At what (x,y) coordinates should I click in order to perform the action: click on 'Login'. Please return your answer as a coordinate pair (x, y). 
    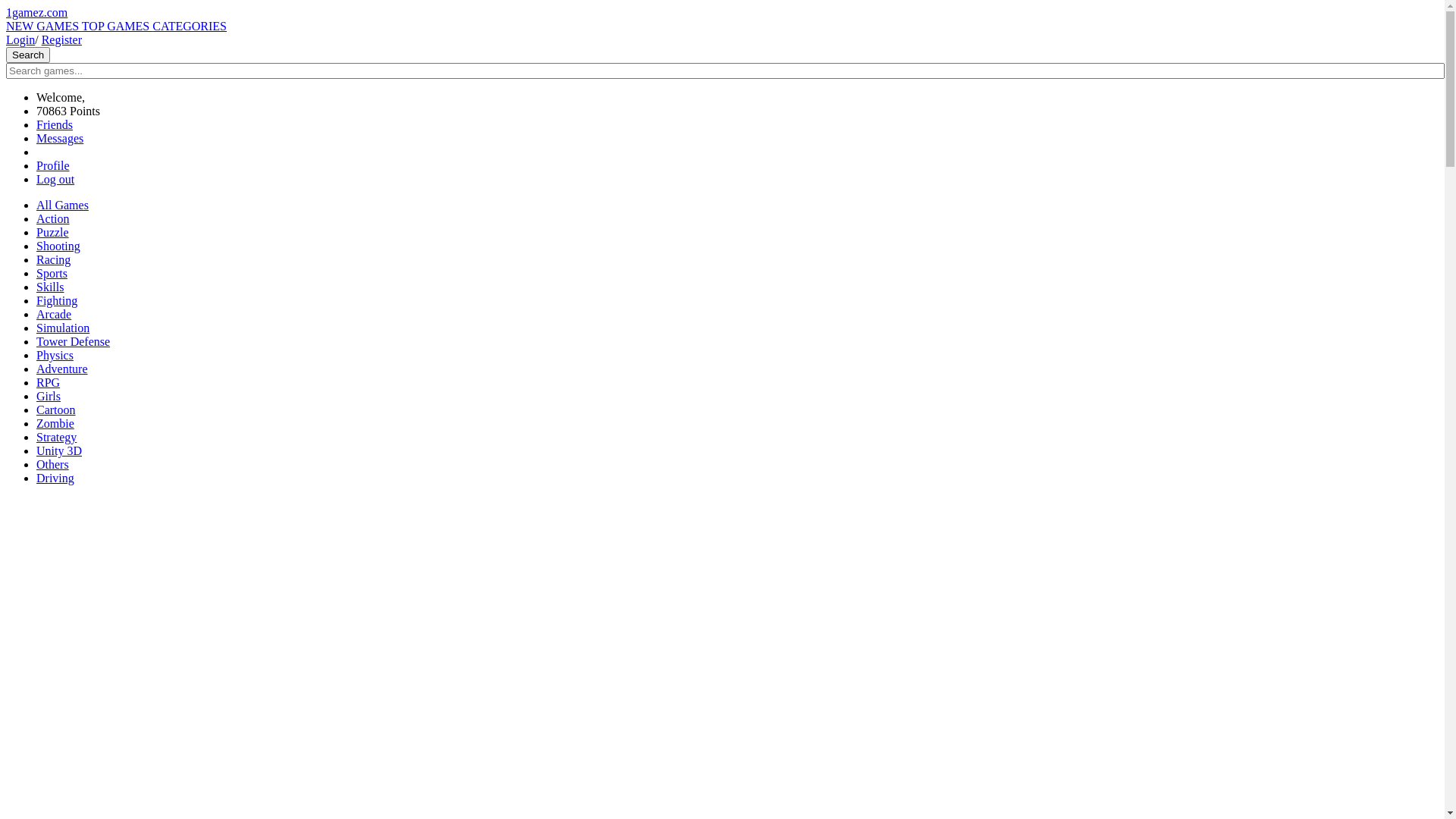
    Looking at the image, I should click on (20, 39).